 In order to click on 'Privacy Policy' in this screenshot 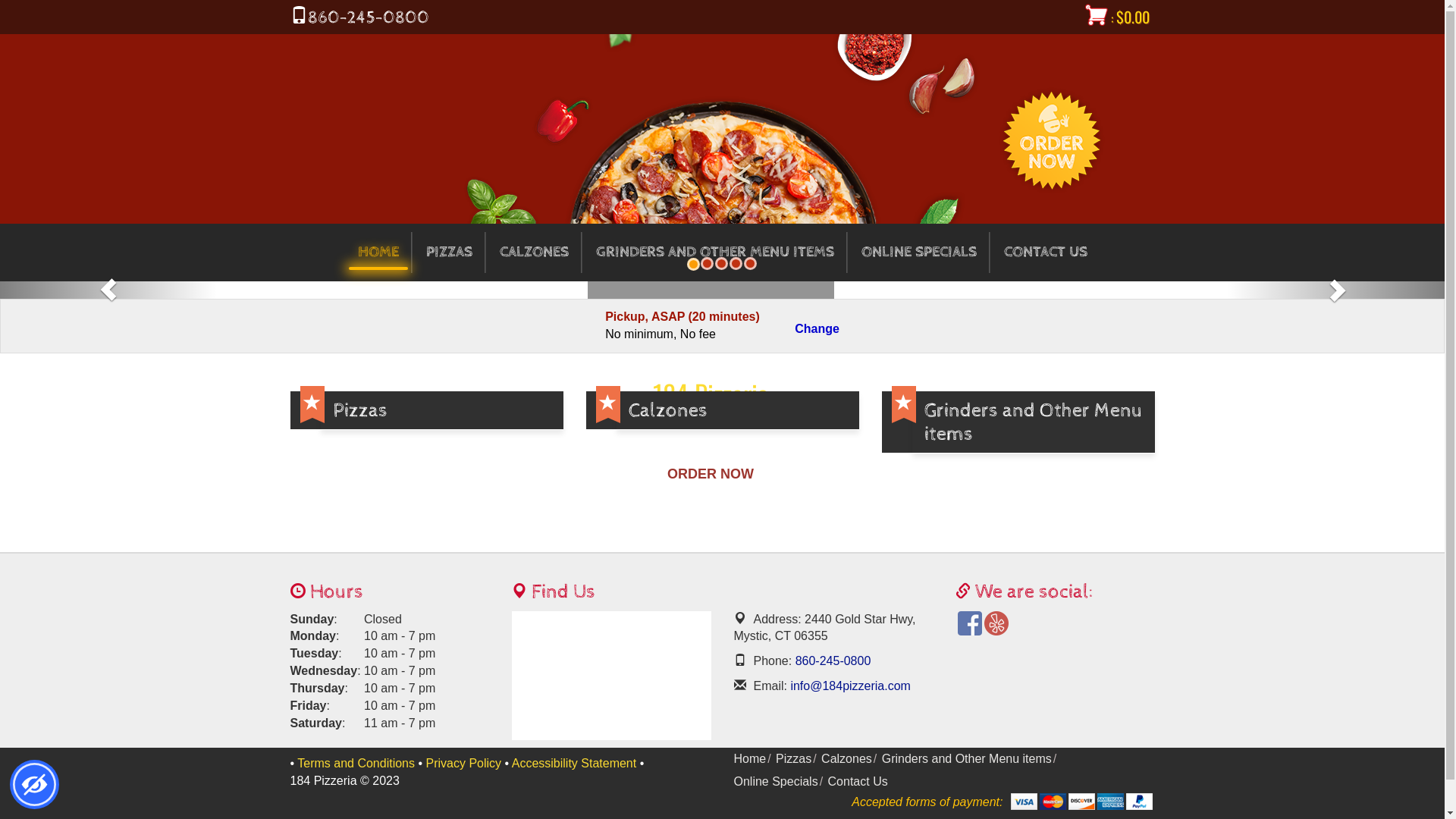, I will do `click(463, 763)`.